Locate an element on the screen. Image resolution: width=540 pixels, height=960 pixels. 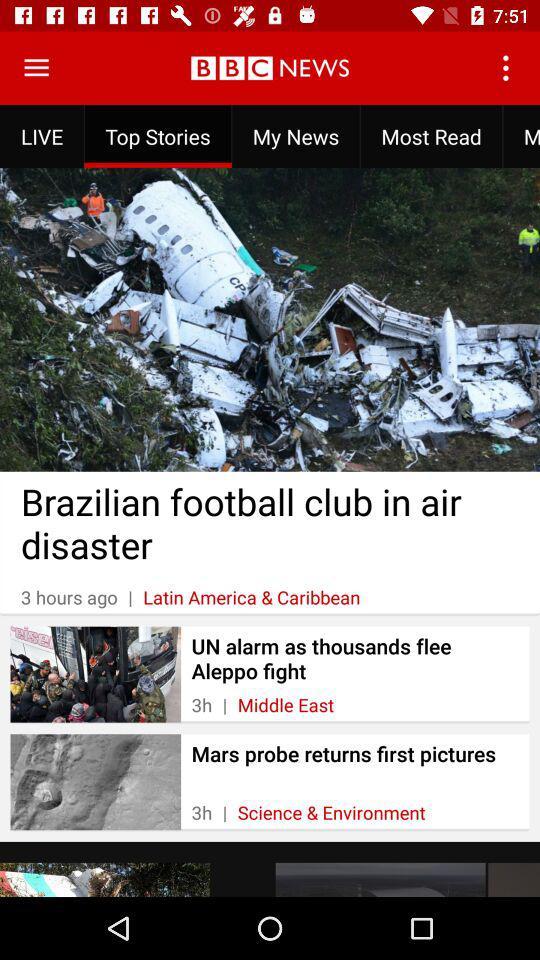
the middle east item is located at coordinates (284, 705).